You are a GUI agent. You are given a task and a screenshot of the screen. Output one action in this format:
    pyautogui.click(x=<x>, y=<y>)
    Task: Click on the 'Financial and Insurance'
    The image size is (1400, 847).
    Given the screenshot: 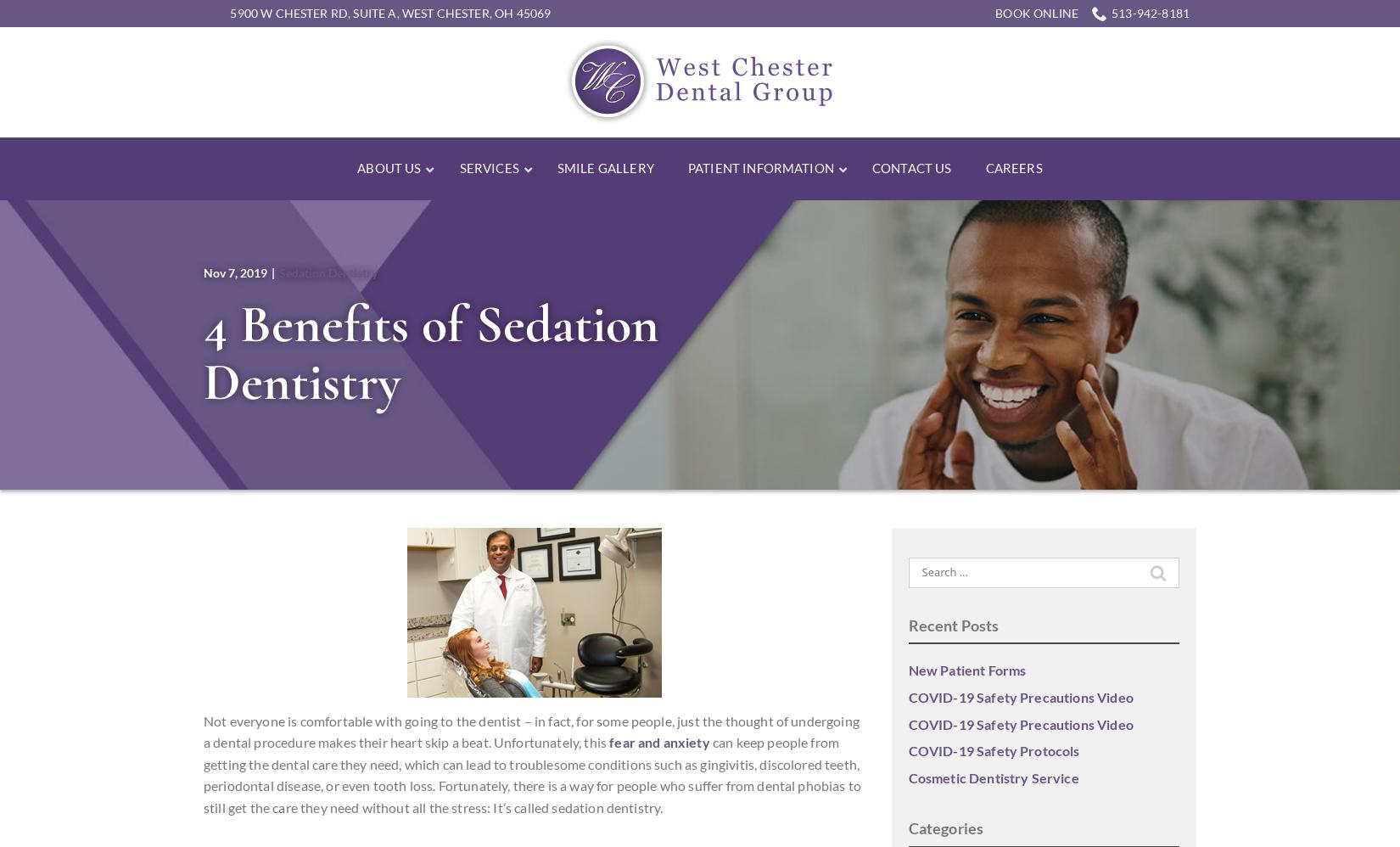 What is the action you would take?
    pyautogui.click(x=686, y=269)
    